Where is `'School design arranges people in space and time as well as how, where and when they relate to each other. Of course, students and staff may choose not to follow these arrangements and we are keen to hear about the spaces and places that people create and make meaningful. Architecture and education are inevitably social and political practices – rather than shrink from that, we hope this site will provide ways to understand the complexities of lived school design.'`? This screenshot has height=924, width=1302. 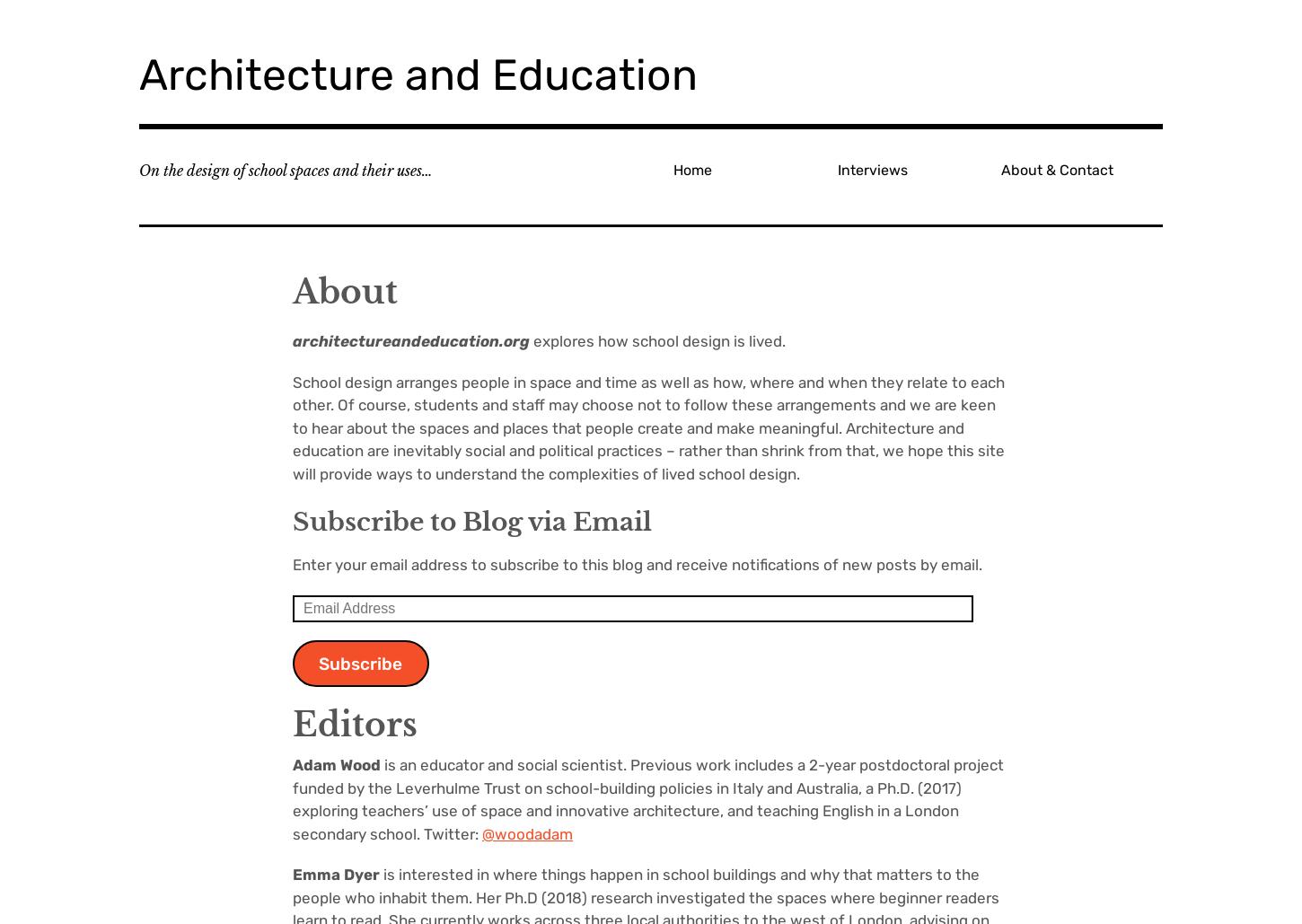
'School design arranges people in space and time as well as how, where and when they relate to each other. Of course, students and staff may choose not to follow these arrangements and we are keen to hear about the spaces and places that people create and make meaningful. Architecture and education are inevitably social and political practices – rather than shrink from that, we hope this site will provide ways to understand the complexities of lived school design.' is located at coordinates (647, 427).